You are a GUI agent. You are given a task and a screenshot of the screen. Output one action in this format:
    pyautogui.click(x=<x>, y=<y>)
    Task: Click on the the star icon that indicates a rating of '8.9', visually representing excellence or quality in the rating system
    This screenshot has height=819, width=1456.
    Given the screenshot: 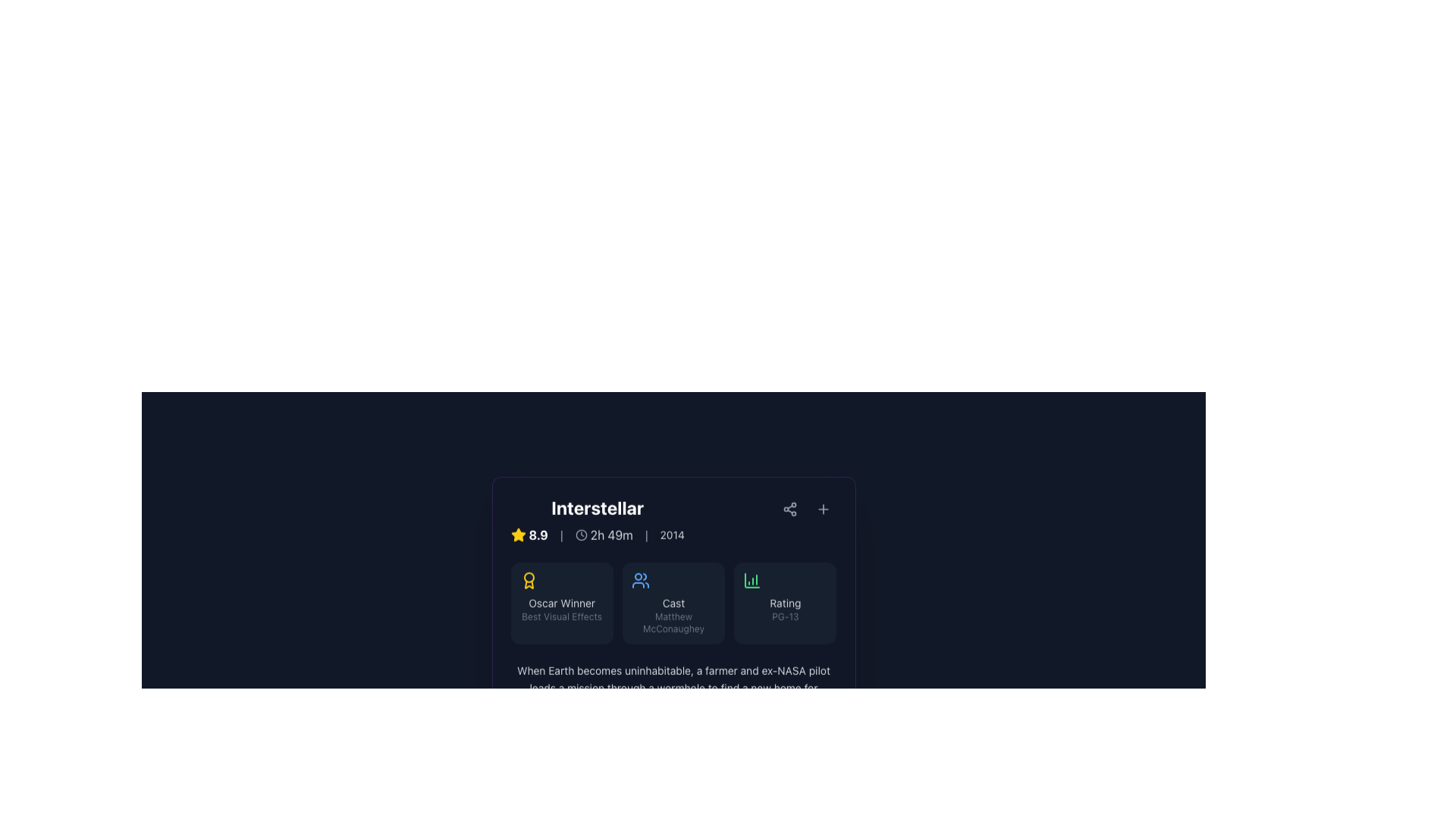 What is the action you would take?
    pyautogui.click(x=518, y=534)
    